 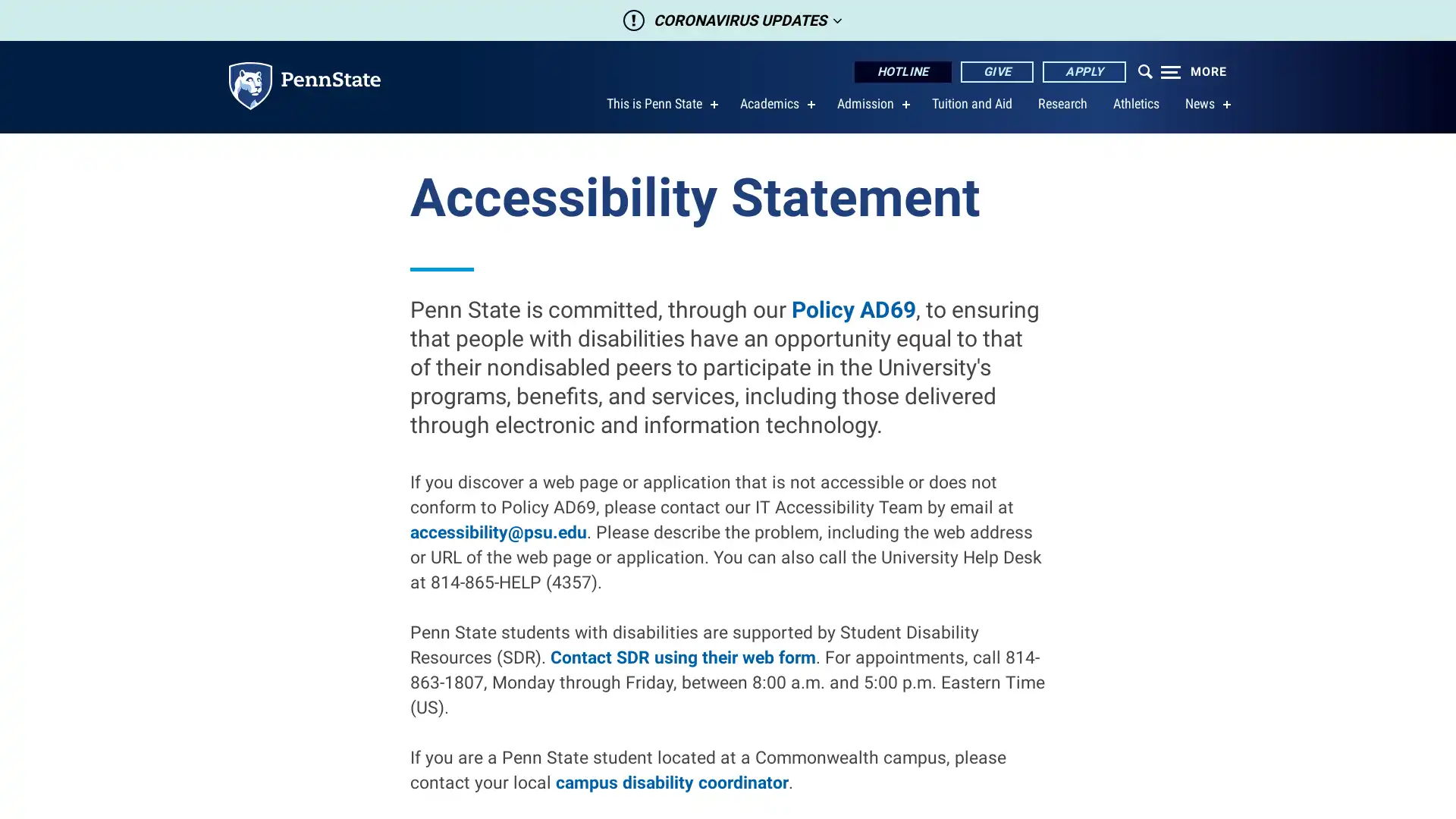 What do you see at coordinates (1193, 71) in the screenshot?
I see `Expand navigation menu` at bounding box center [1193, 71].